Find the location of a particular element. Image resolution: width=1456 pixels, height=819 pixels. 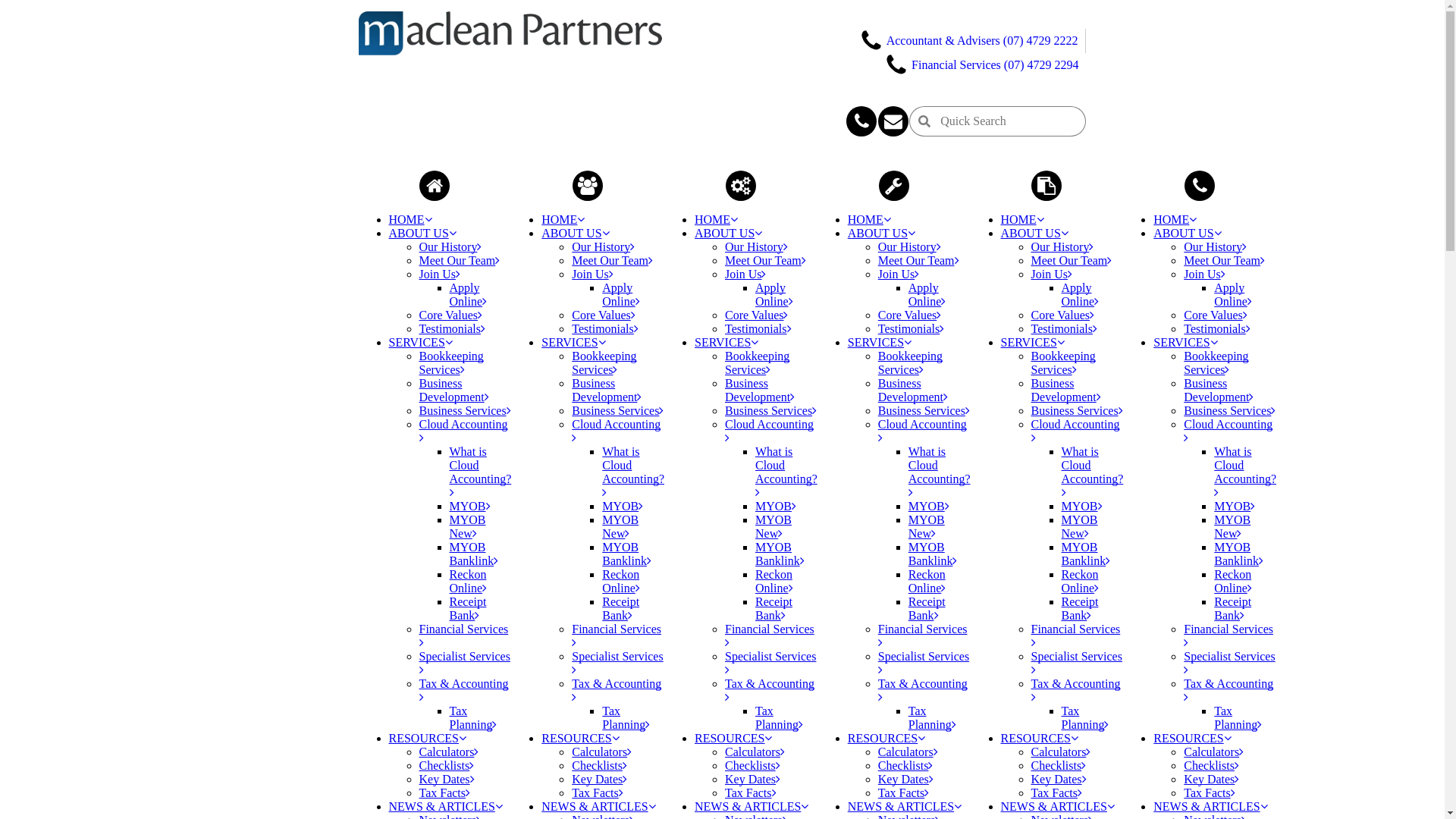

'Calculators' is located at coordinates (1213, 752).